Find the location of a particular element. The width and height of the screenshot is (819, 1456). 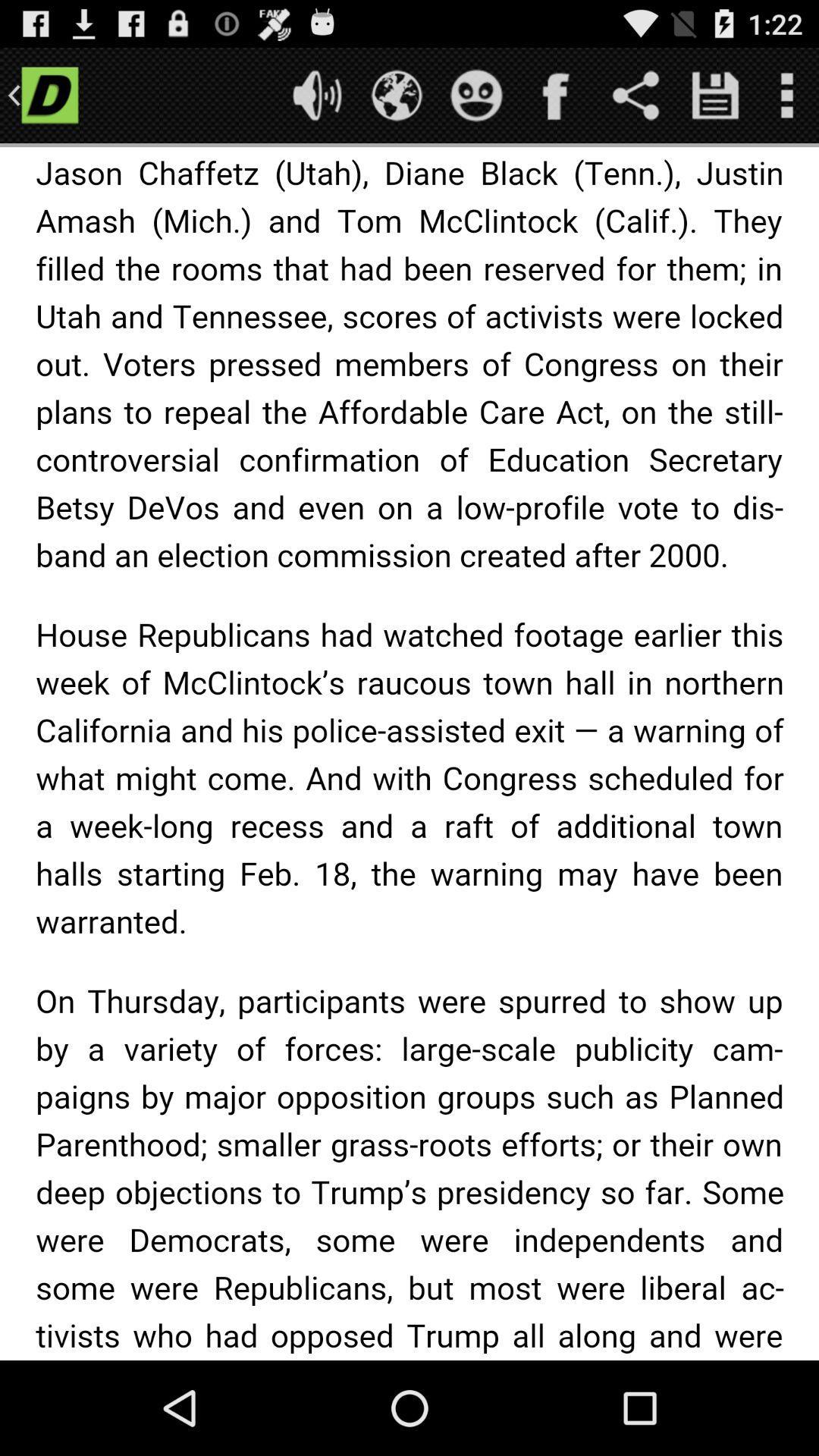

the facebook icon is located at coordinates (556, 101).